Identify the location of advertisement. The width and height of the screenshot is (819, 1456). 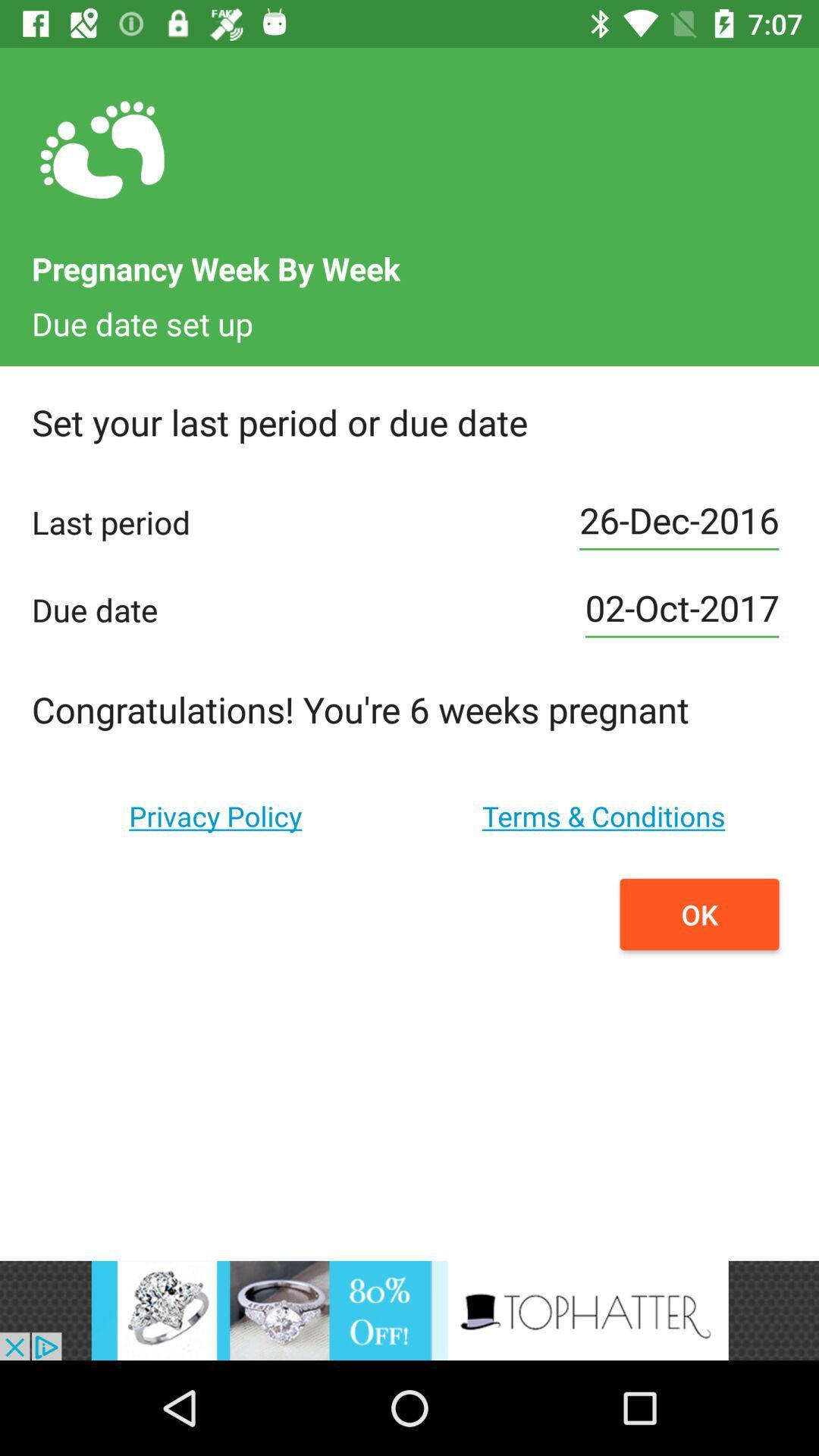
(409, 1310).